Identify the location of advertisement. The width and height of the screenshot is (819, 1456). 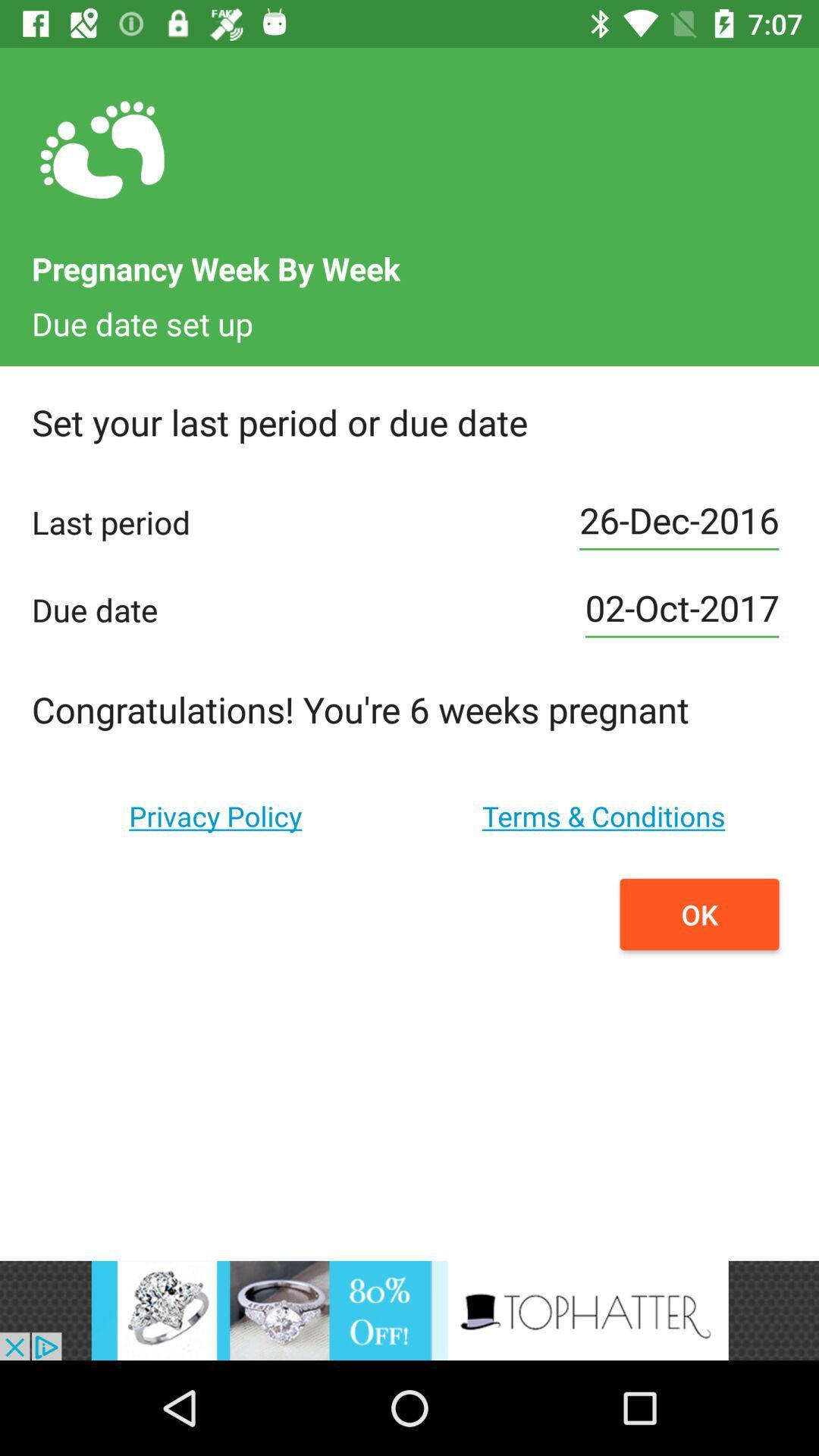
(409, 1310).